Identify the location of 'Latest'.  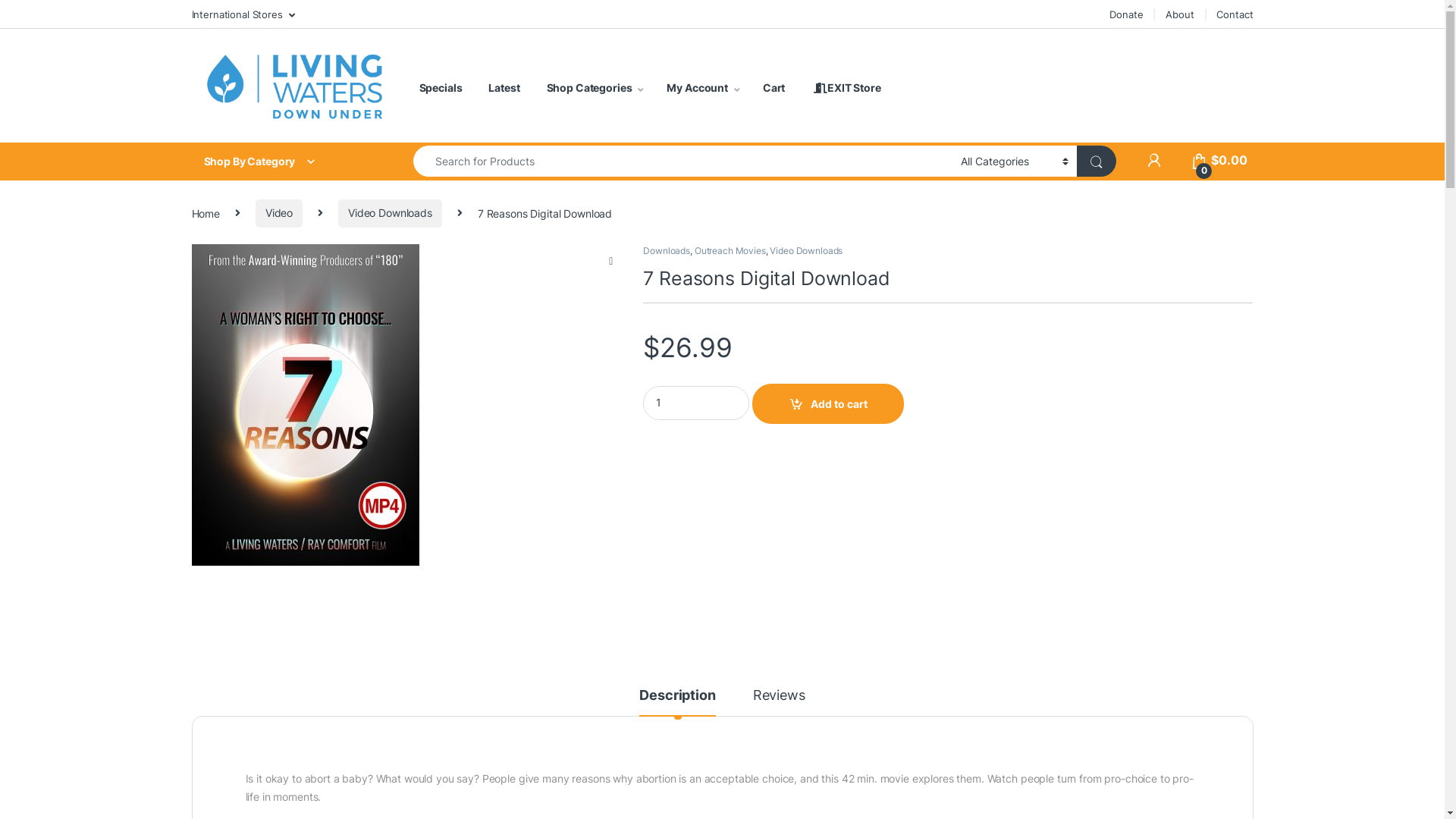
(504, 87).